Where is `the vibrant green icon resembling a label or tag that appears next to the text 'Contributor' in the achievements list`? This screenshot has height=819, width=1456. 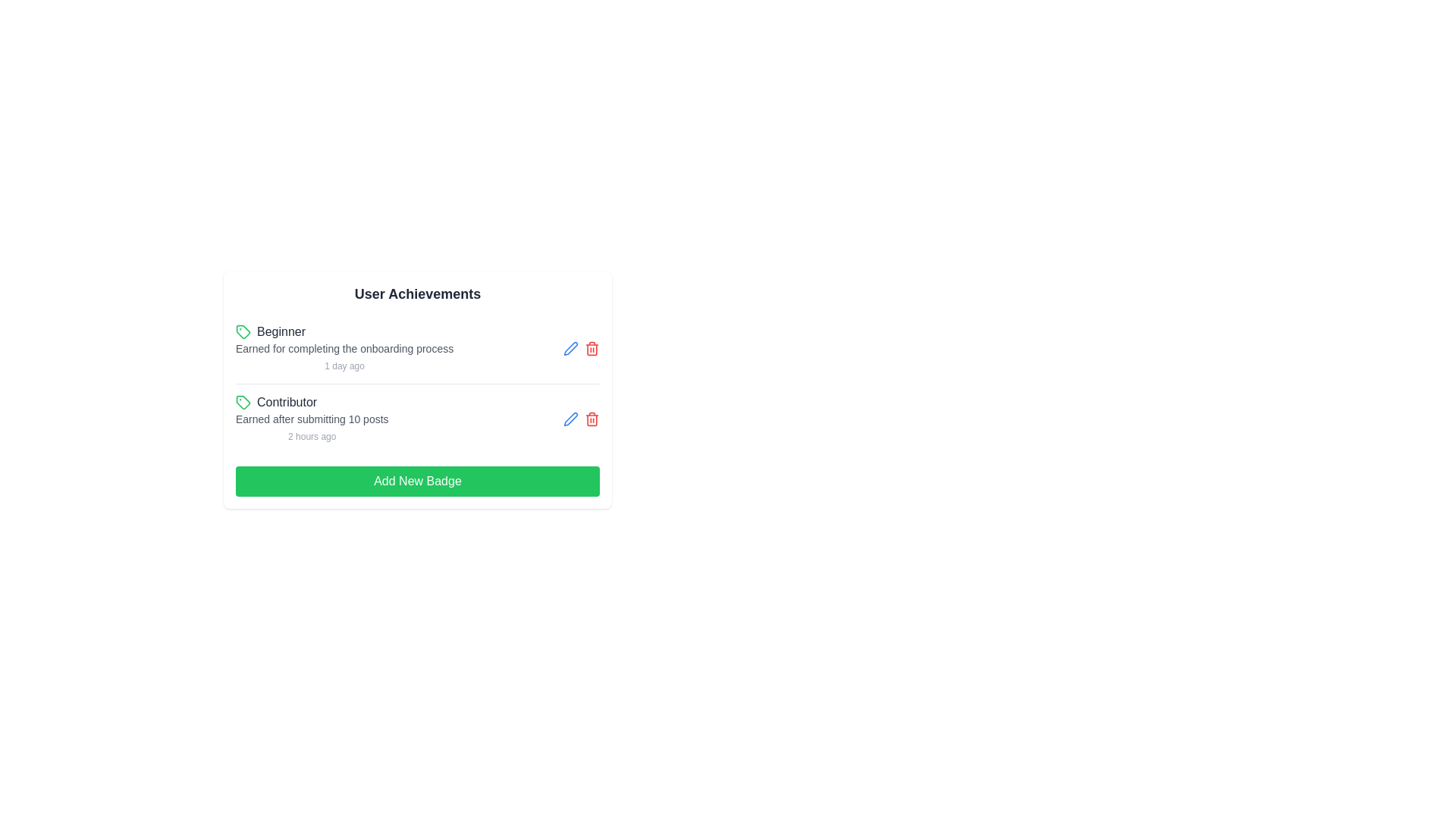
the vibrant green icon resembling a label or tag that appears next to the text 'Contributor' in the achievements list is located at coordinates (243, 402).